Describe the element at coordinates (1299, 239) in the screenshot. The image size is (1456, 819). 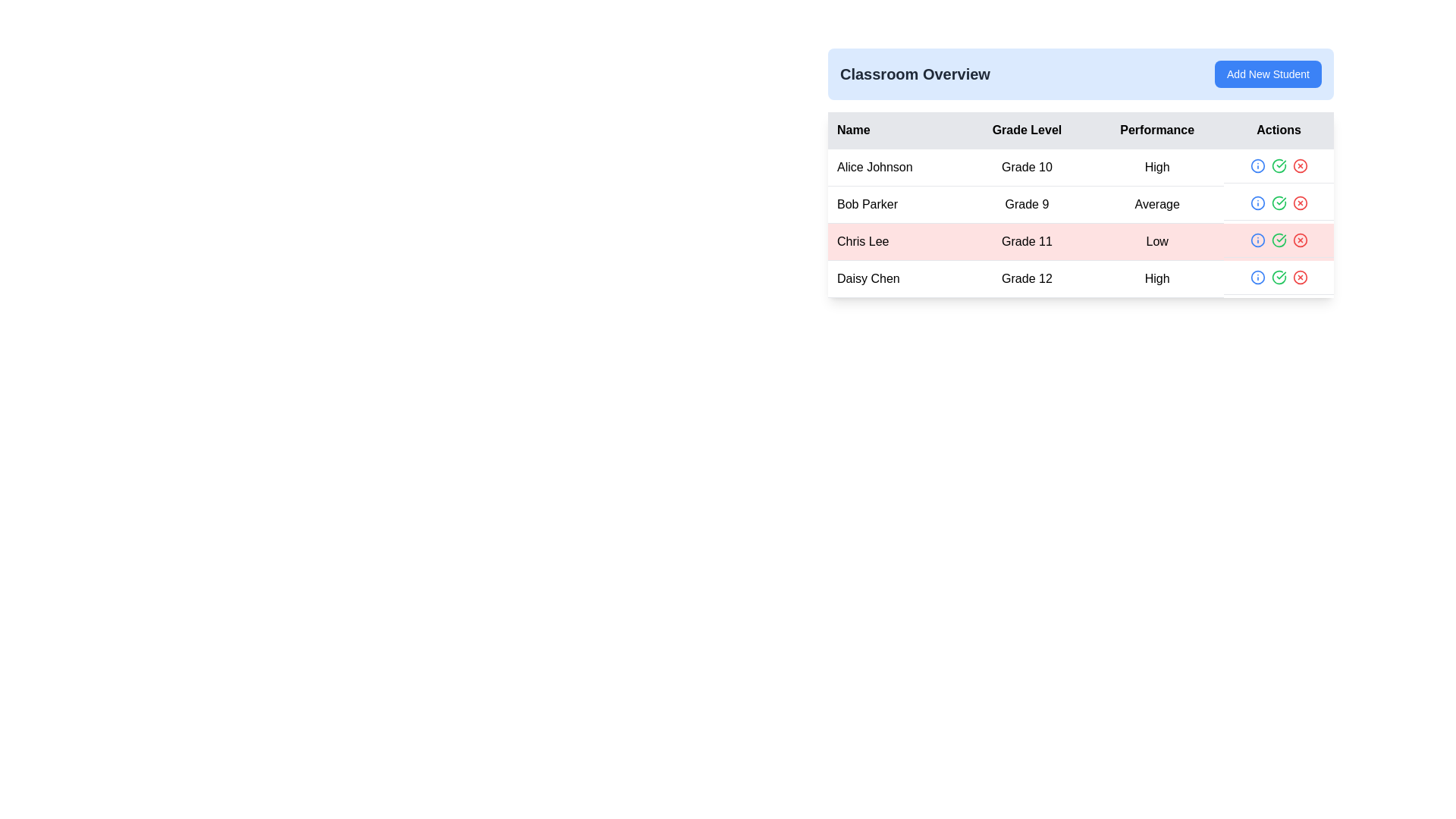
I see `the red circular button with a cross icon inside, which is located in the 'Actions' column of the table row for 'Chris Lee'` at that location.